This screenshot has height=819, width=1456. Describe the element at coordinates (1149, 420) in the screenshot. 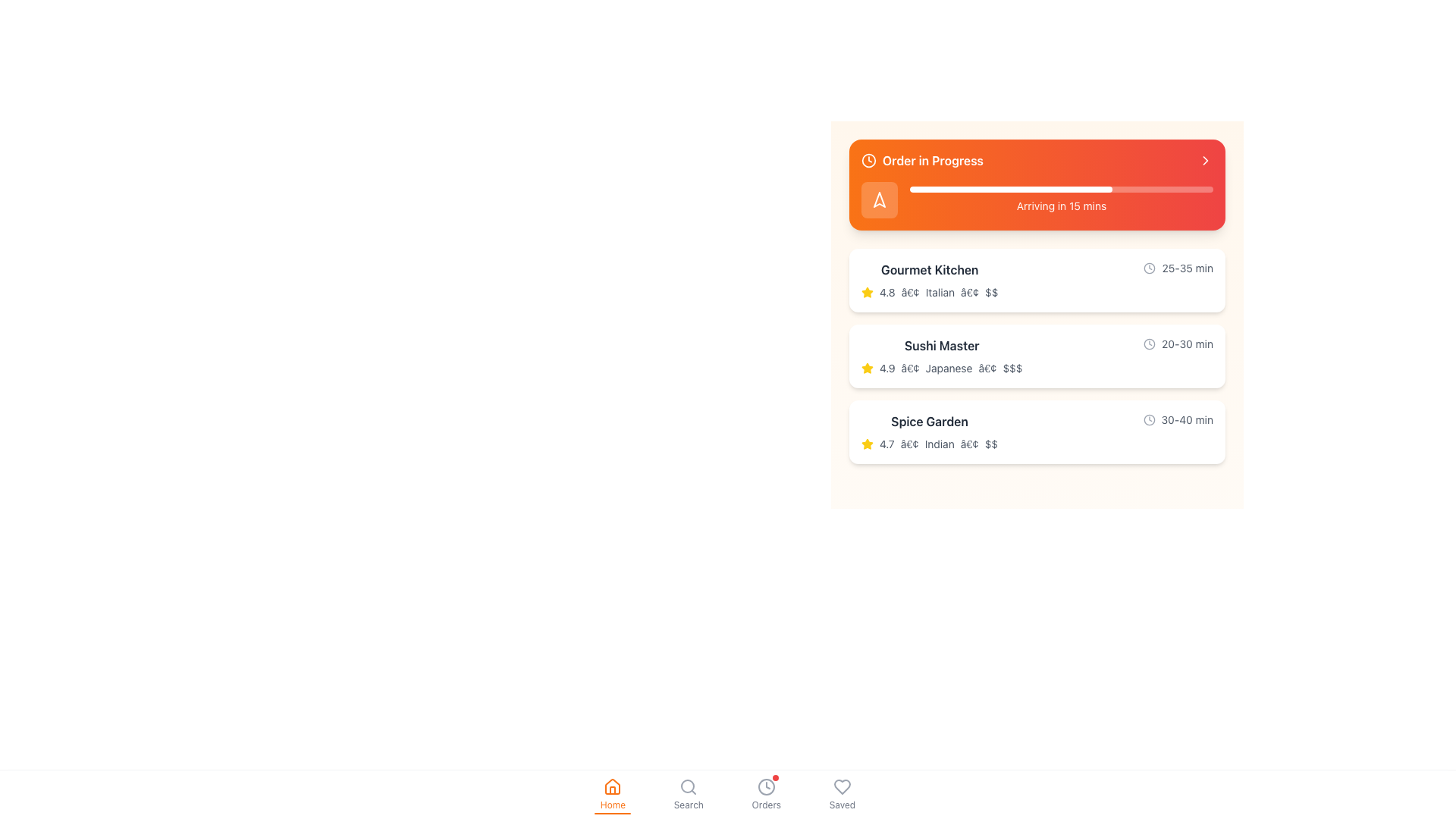

I see `the small circular gray clock icon located adjacent to the text '30-40 min' for the 'Spice Garden' entry in the list of options` at that location.